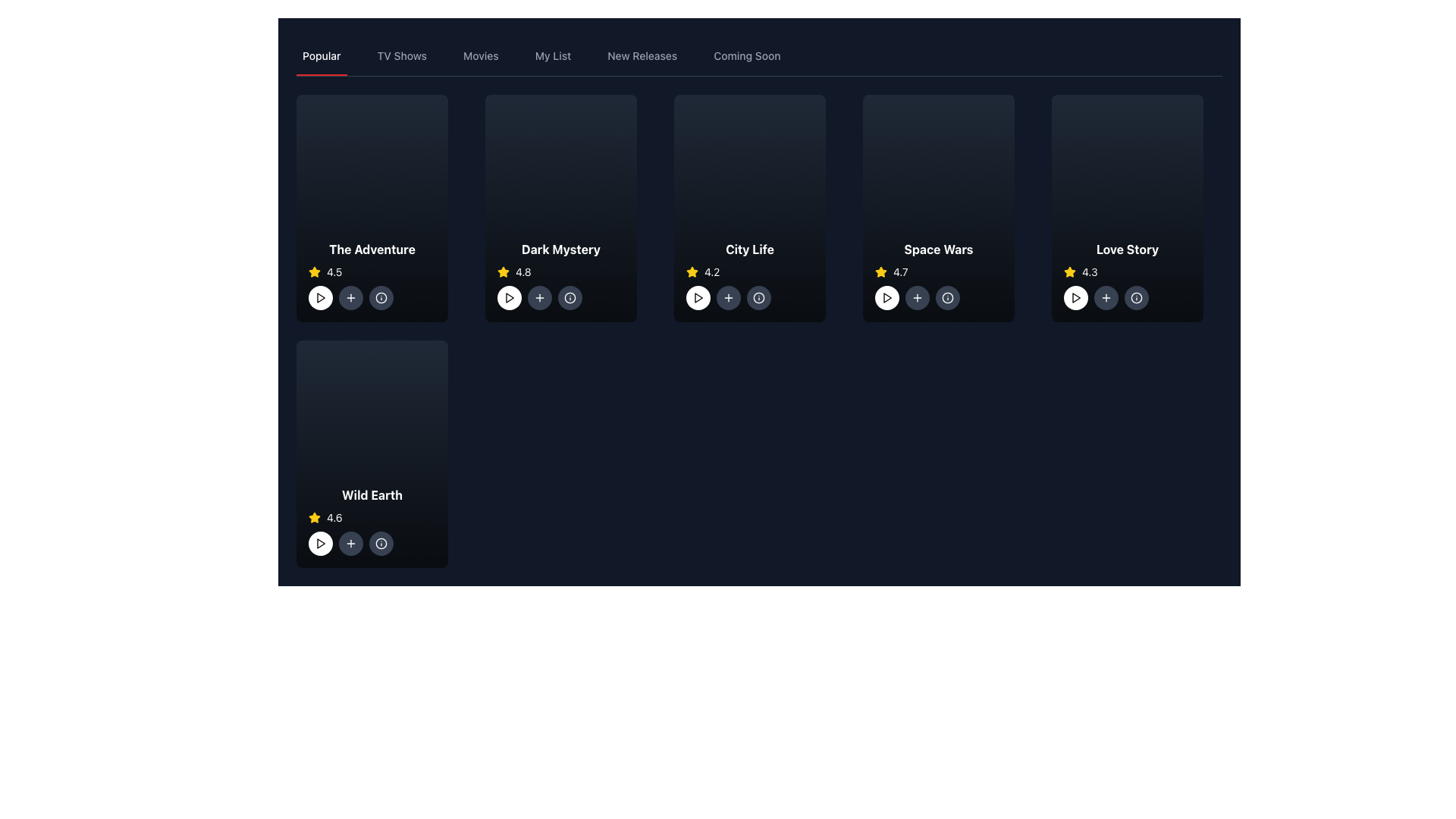 Image resolution: width=1456 pixels, height=819 pixels. What do you see at coordinates (938, 248) in the screenshot?
I see `the 'Space Wars' text label, which is displayed in bold white font against a dark background, located in the lower portion of a card in the third column of the top row` at bounding box center [938, 248].